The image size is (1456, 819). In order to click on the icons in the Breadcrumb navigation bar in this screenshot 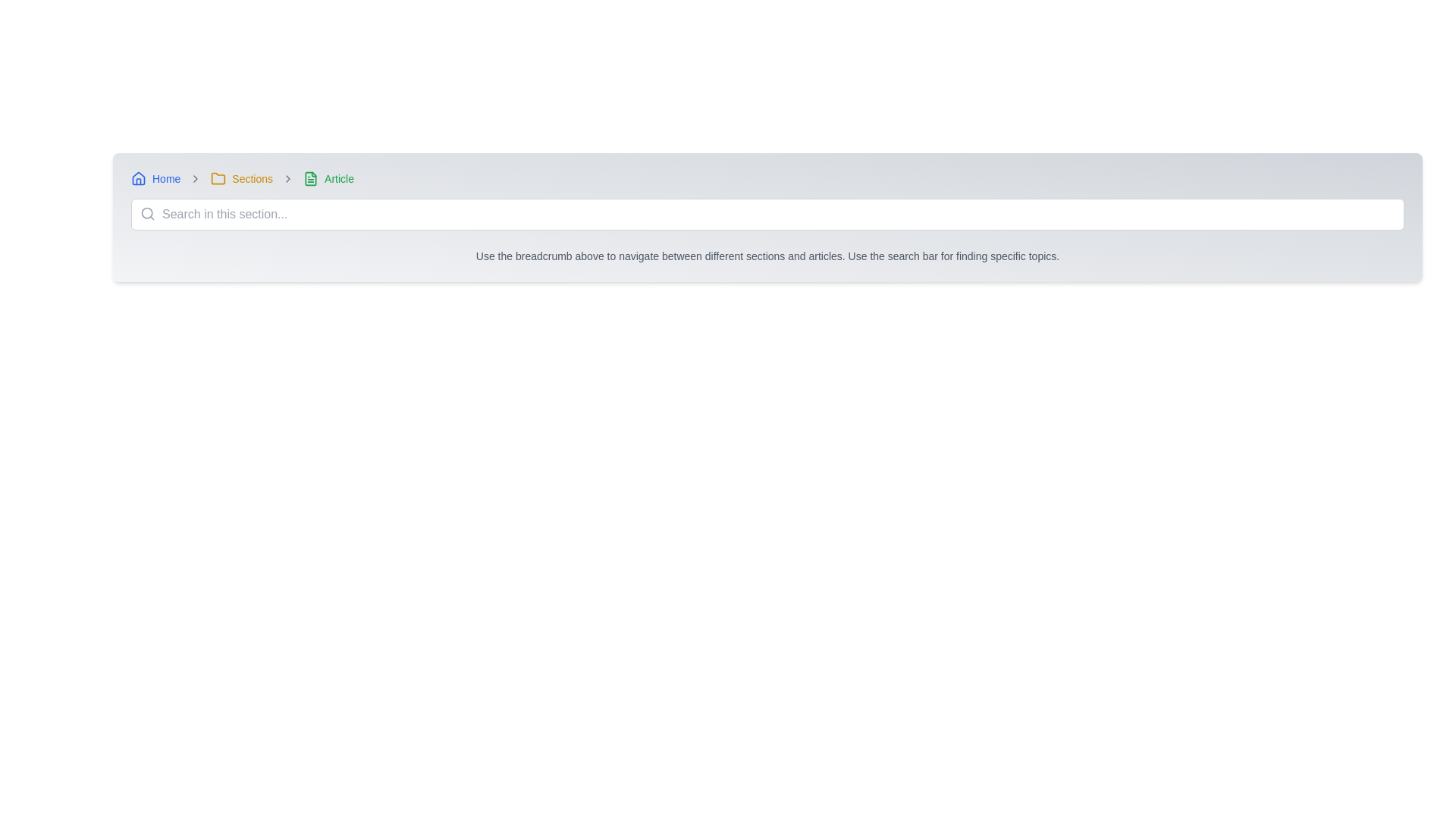, I will do `click(767, 177)`.